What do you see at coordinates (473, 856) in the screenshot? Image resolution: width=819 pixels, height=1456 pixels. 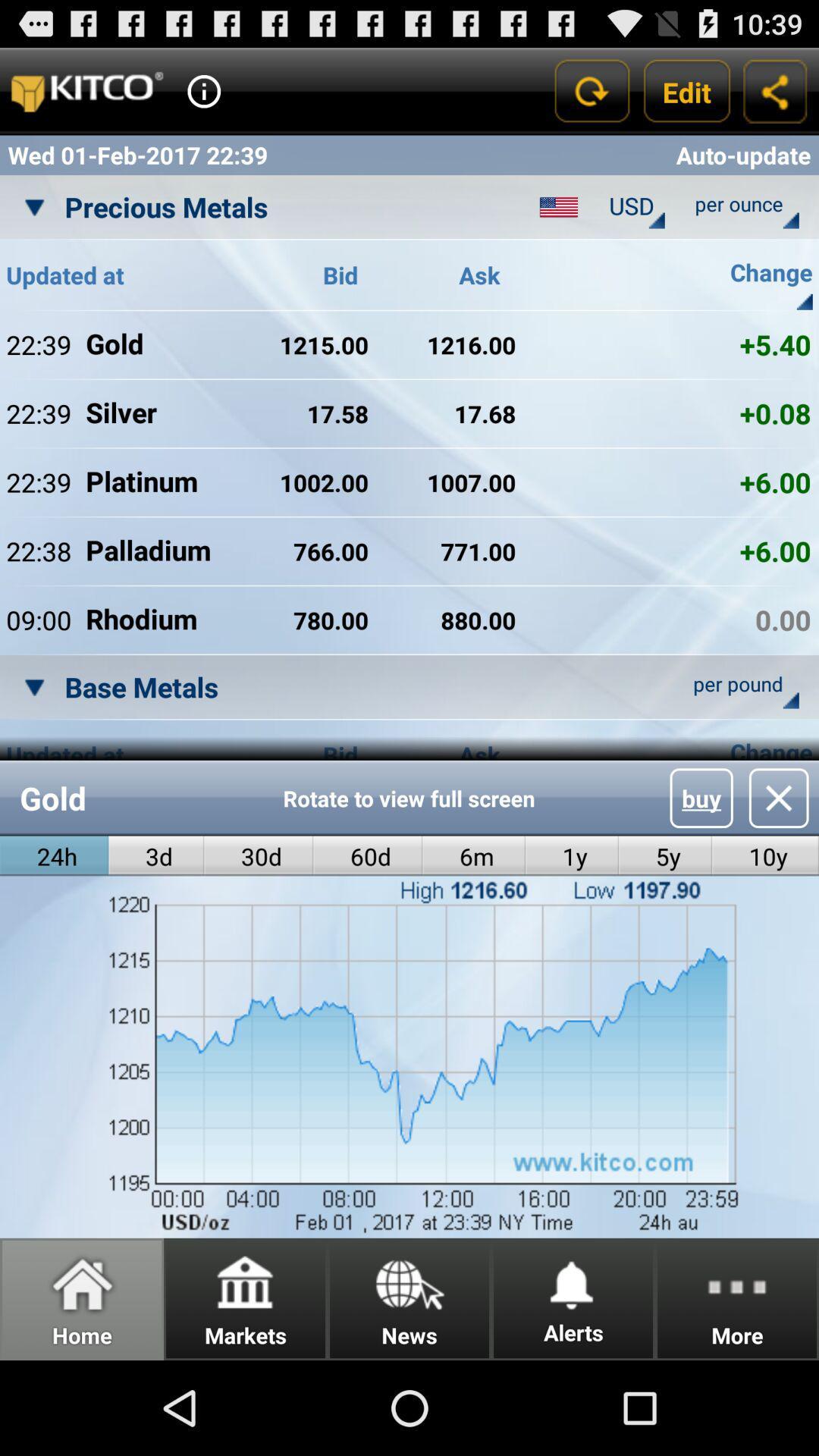 I see `6m item` at bounding box center [473, 856].